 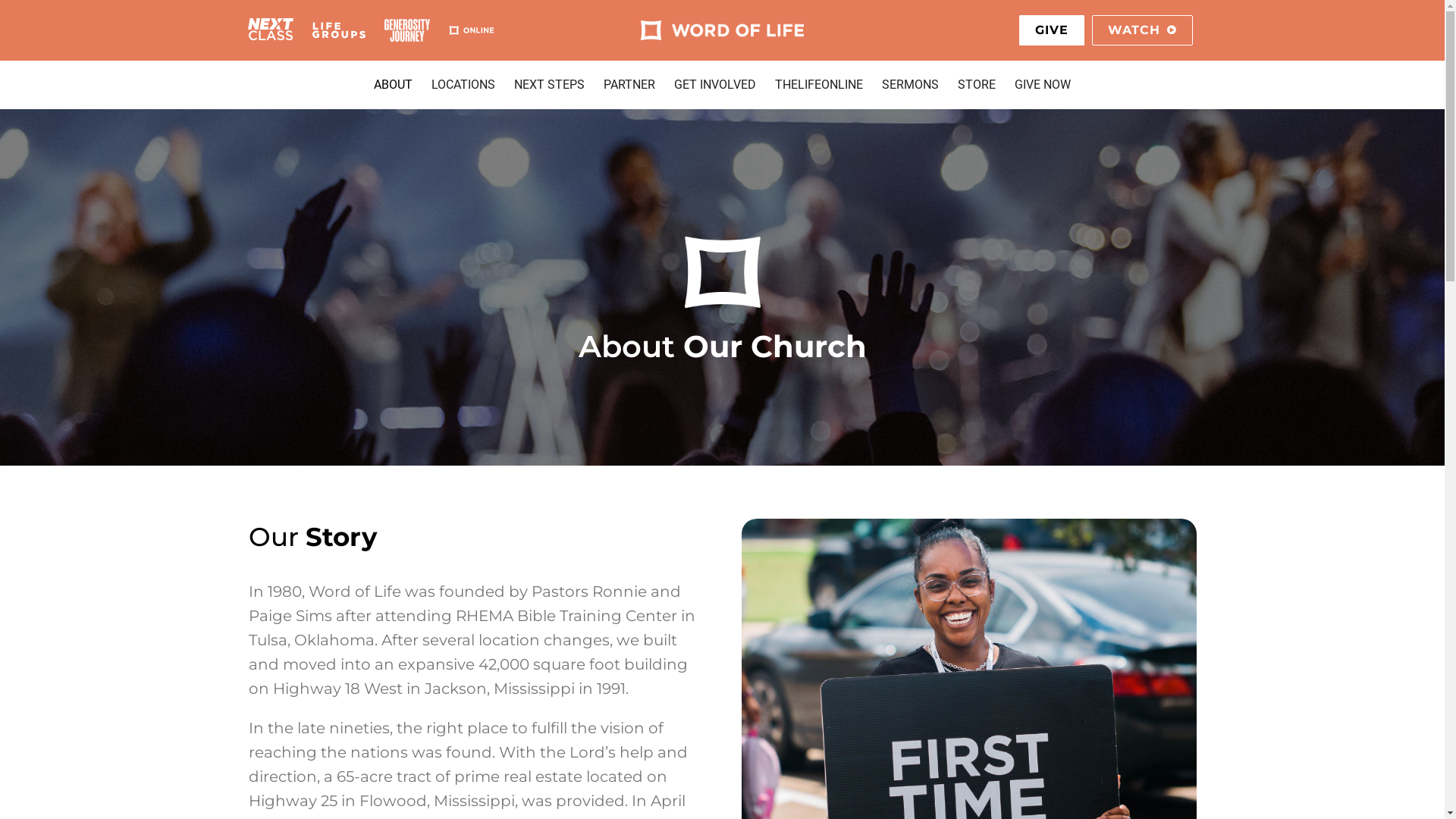 What do you see at coordinates (818, 84) in the screenshot?
I see `'THELIFEONLINE'` at bounding box center [818, 84].